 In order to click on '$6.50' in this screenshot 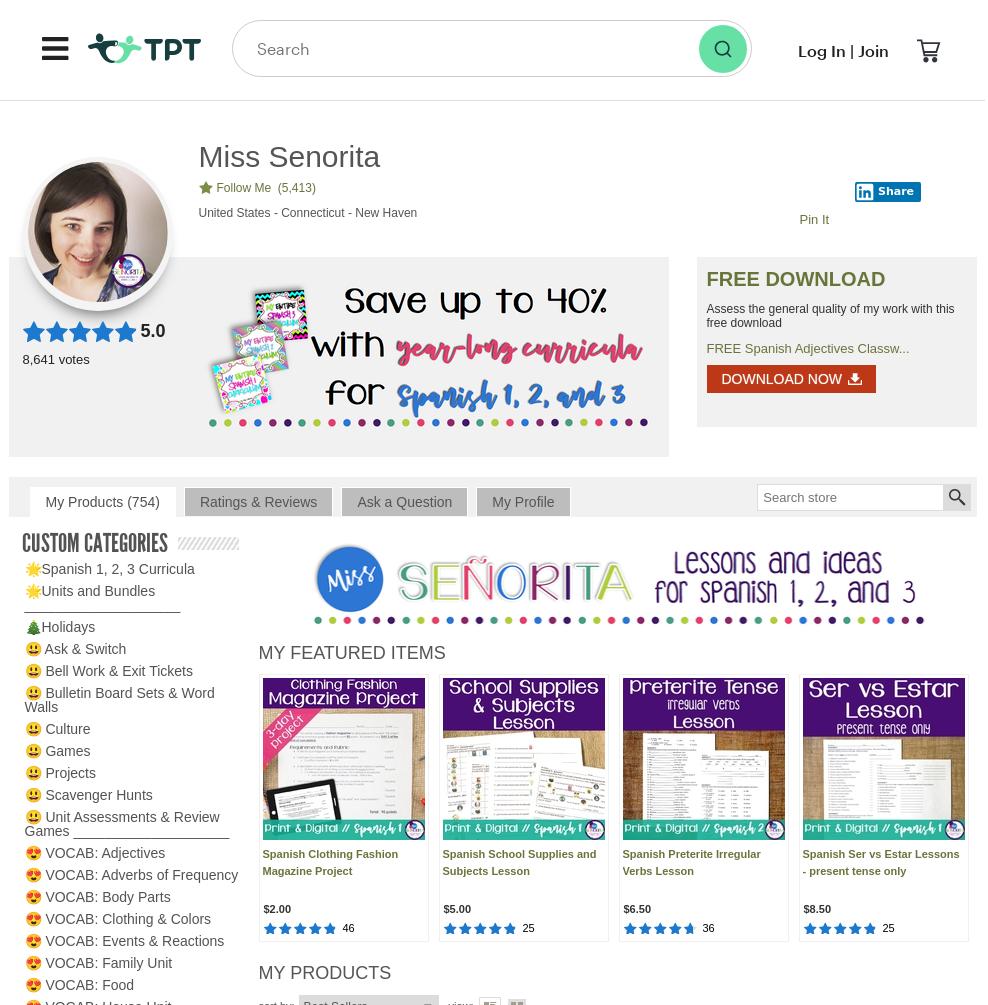, I will do `click(635, 908)`.